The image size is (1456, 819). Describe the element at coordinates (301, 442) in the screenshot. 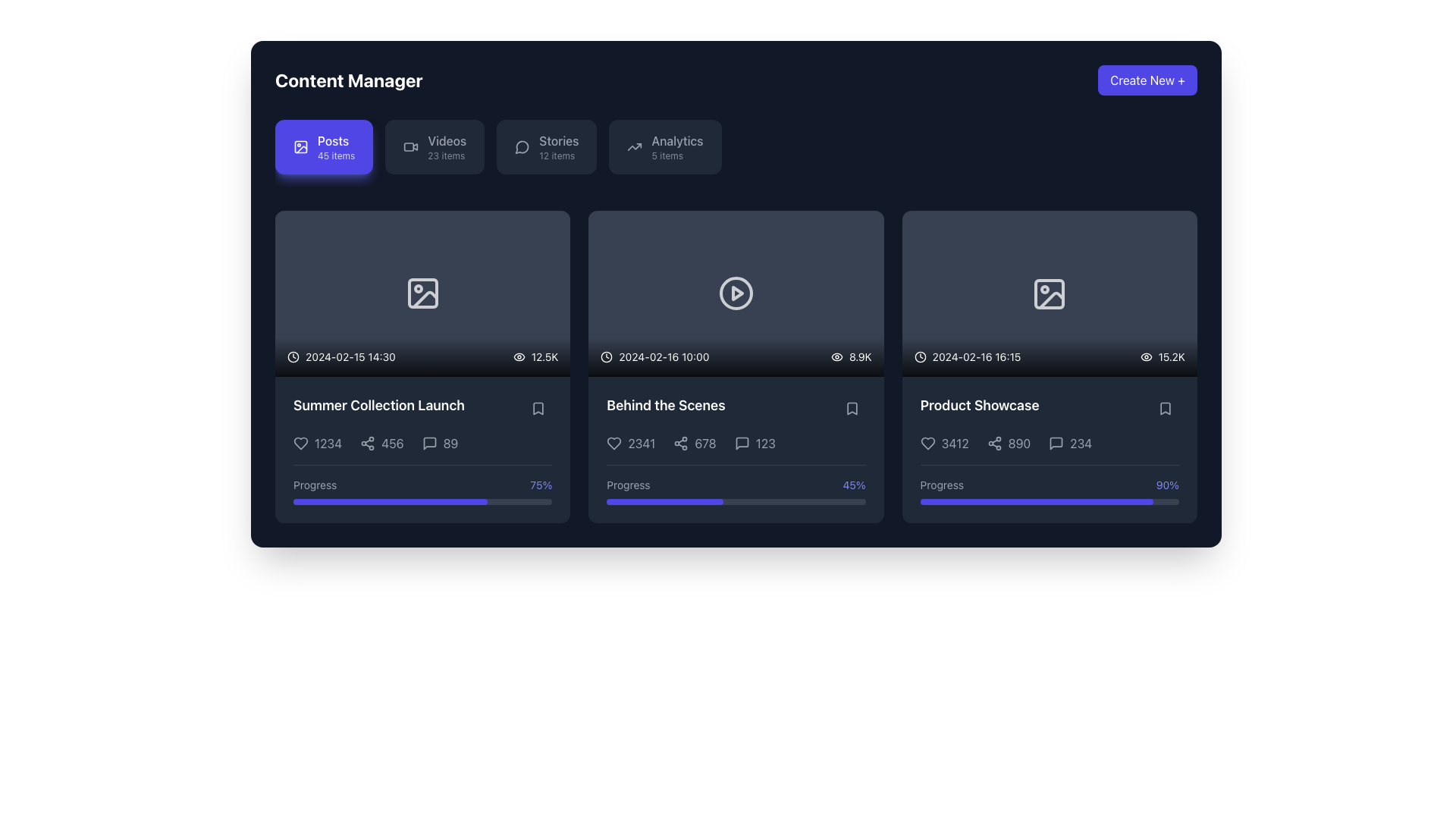

I see `the heart-shaped icon located in the lower part of the 'Summer Collection Launch' content card` at that location.